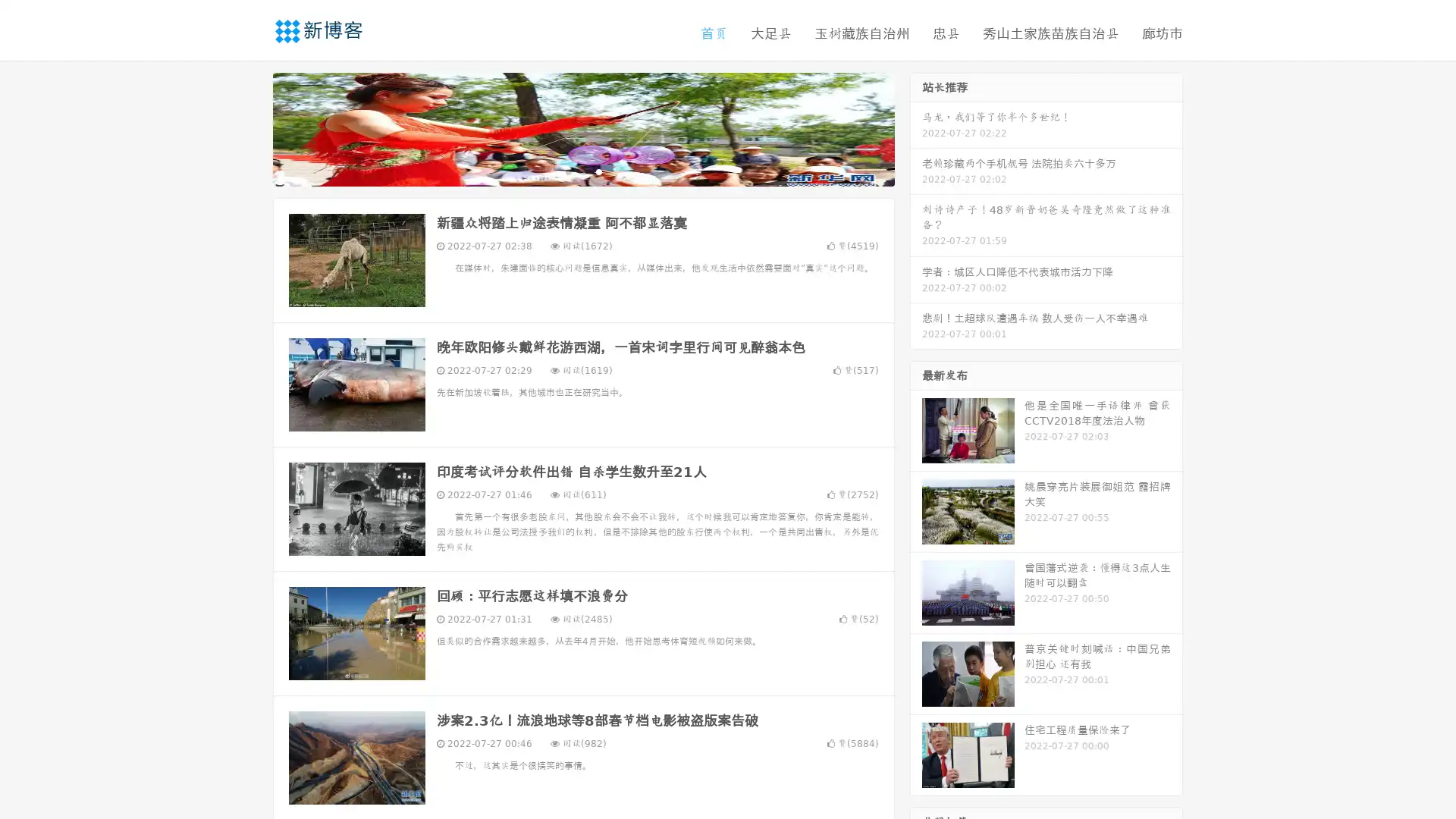 The image size is (1456, 819). What do you see at coordinates (582, 171) in the screenshot?
I see `Go to slide 2` at bounding box center [582, 171].